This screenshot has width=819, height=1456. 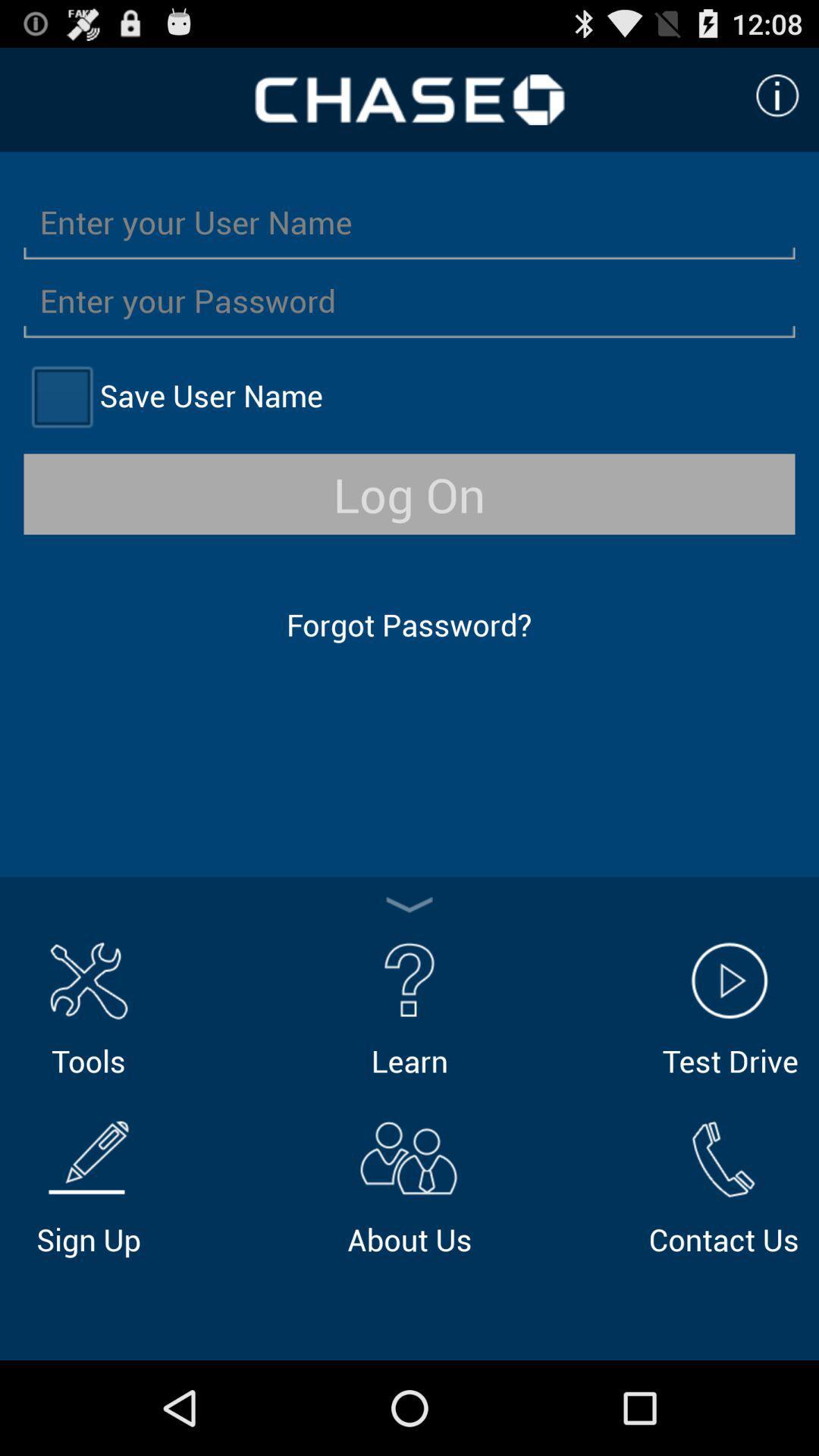 I want to click on so you can enter your user name, so click(x=409, y=221).